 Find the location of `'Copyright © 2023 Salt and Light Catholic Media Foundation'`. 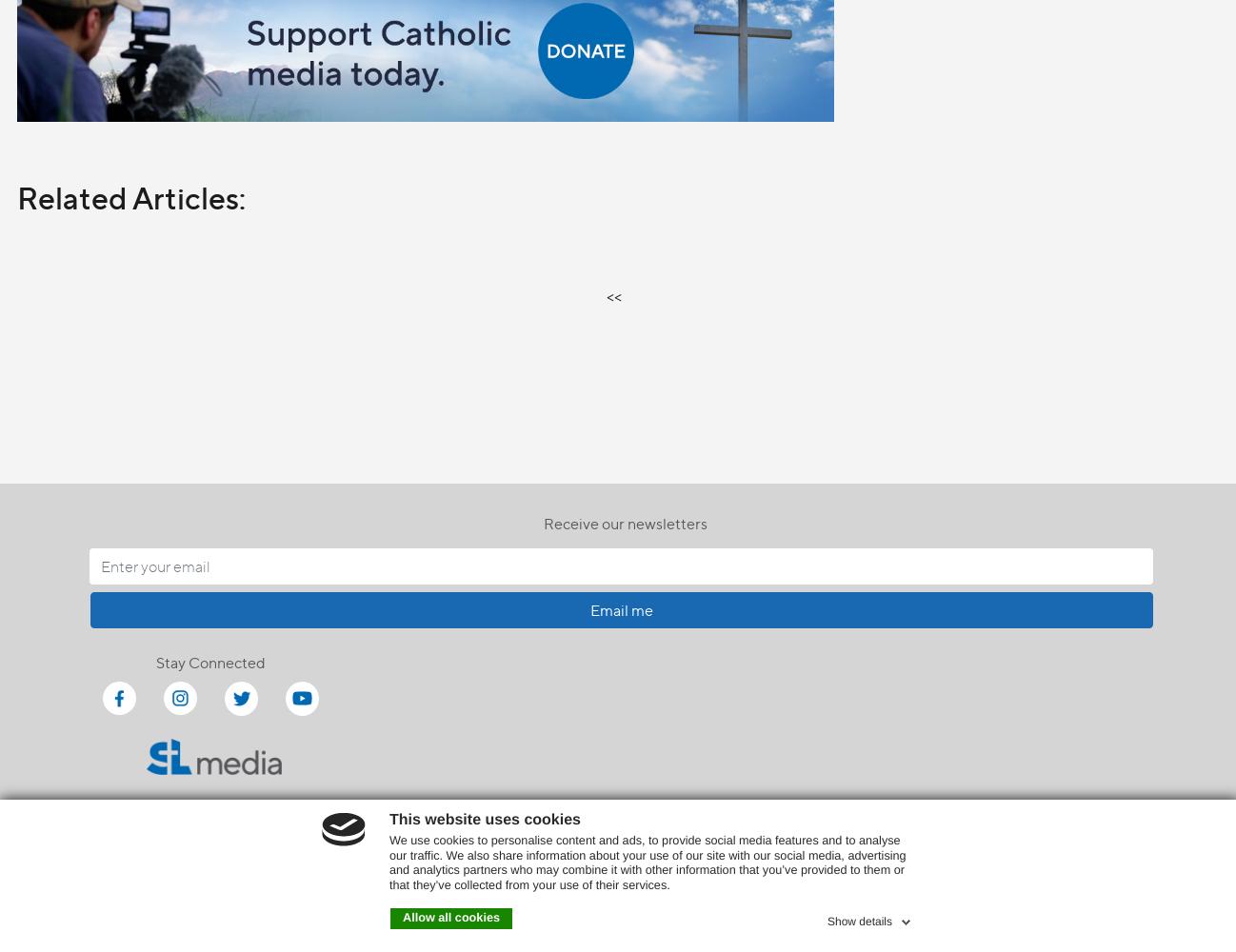

'Copyright © 2023 Salt and Light Catholic Media Foundation' is located at coordinates (618, 877).